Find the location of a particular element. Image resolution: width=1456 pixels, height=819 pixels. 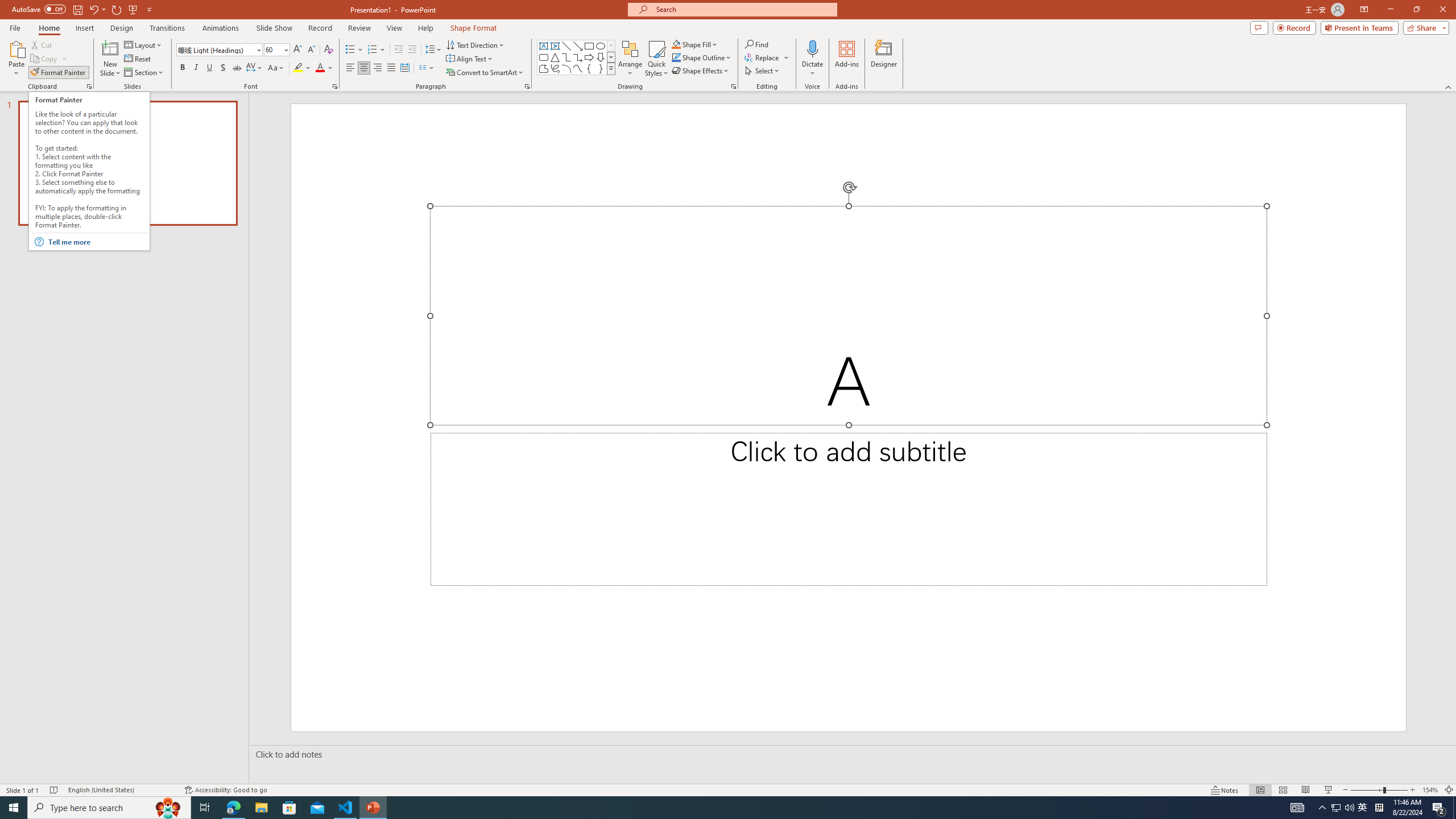

'Oval' is located at coordinates (600, 45).